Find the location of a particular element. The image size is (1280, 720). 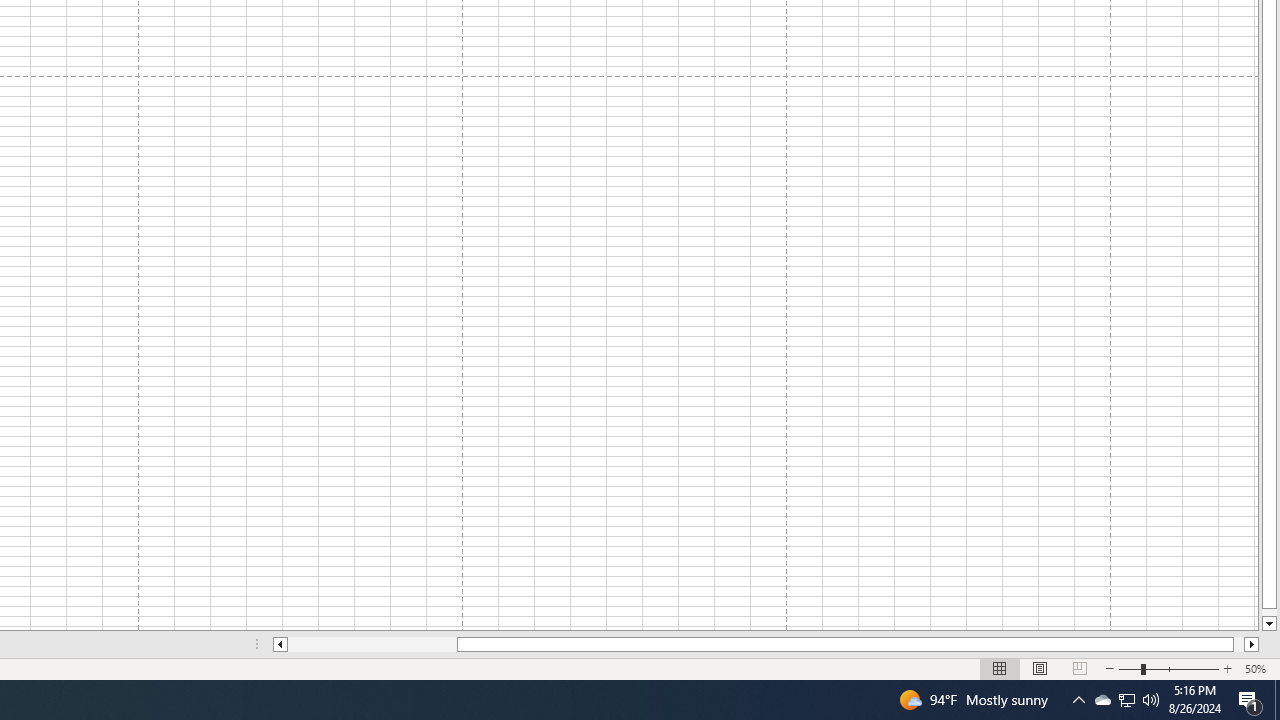

'Zoom' is located at coordinates (1168, 669).